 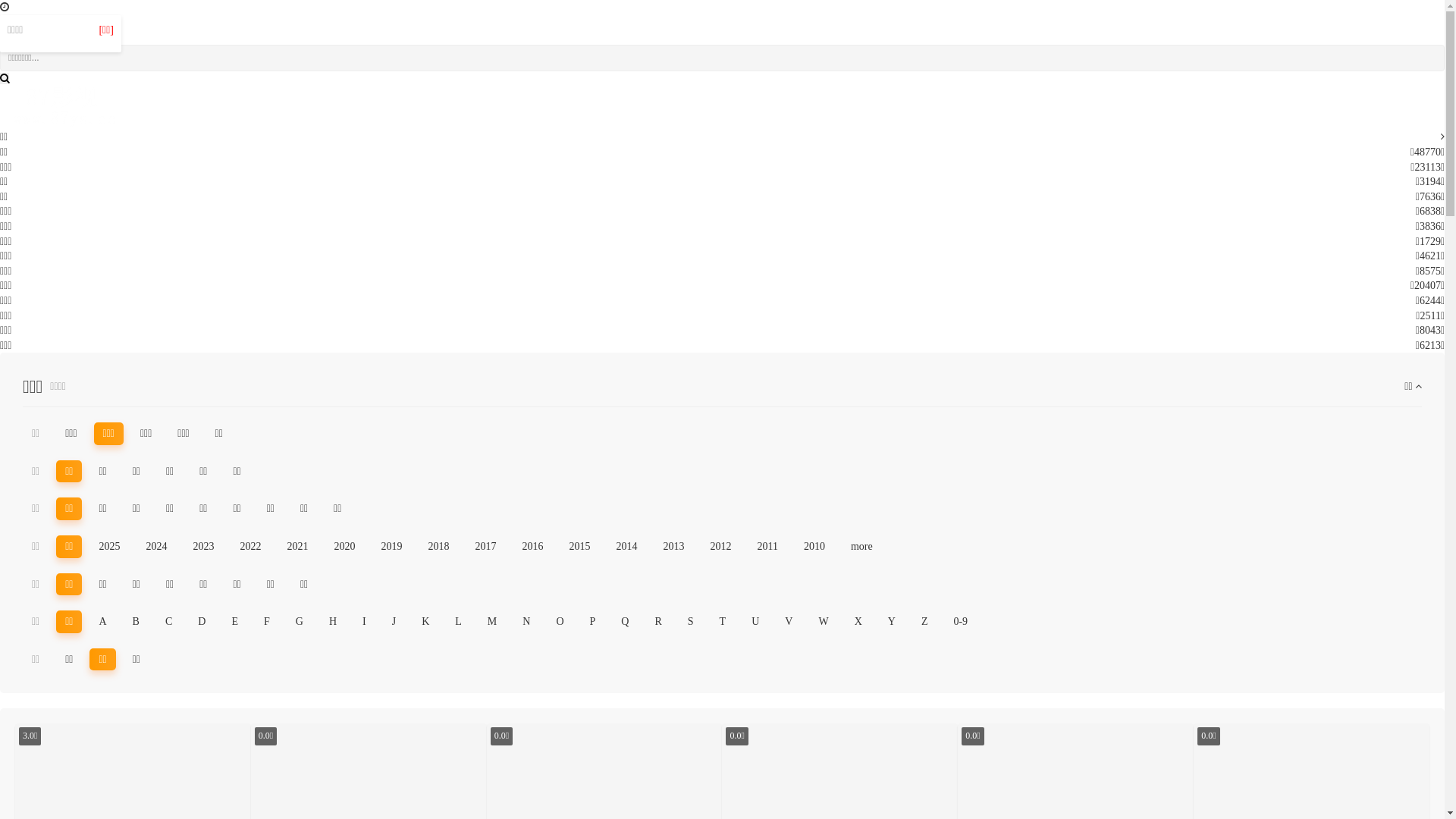 What do you see at coordinates (89, 622) in the screenshot?
I see `'A'` at bounding box center [89, 622].